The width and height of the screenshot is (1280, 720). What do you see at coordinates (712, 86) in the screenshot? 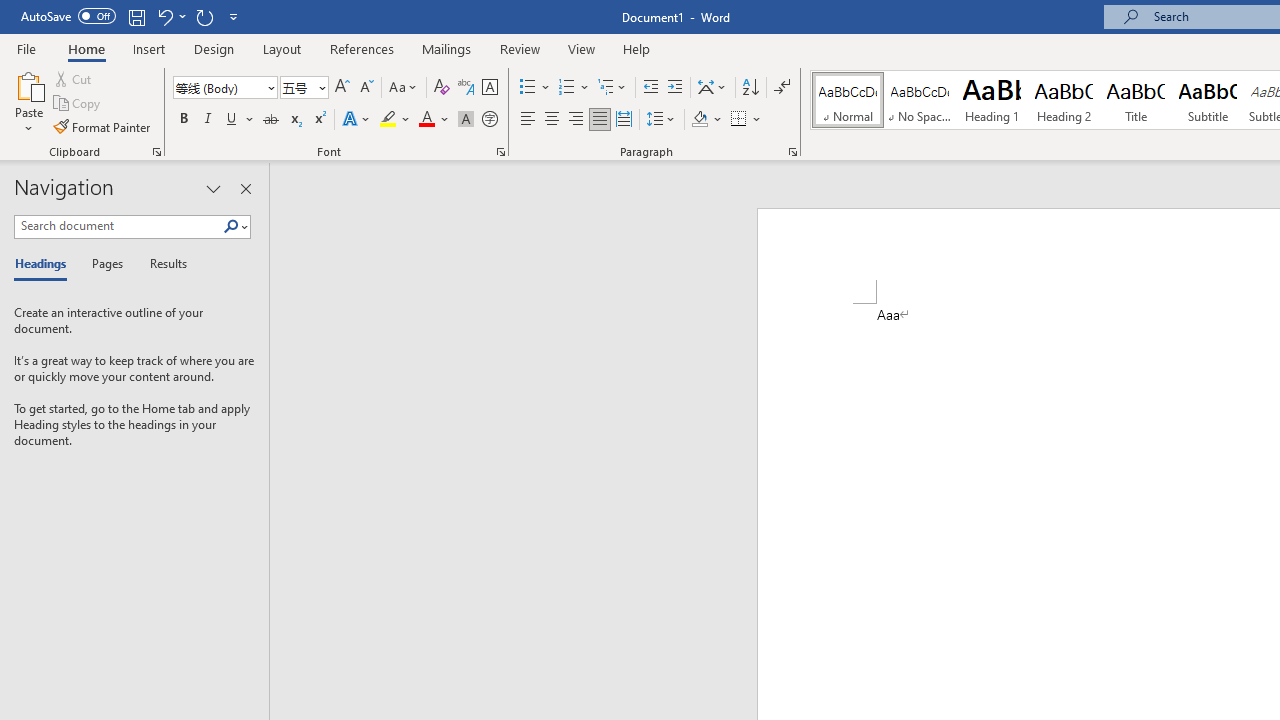
I see `'Asian Layout'` at bounding box center [712, 86].